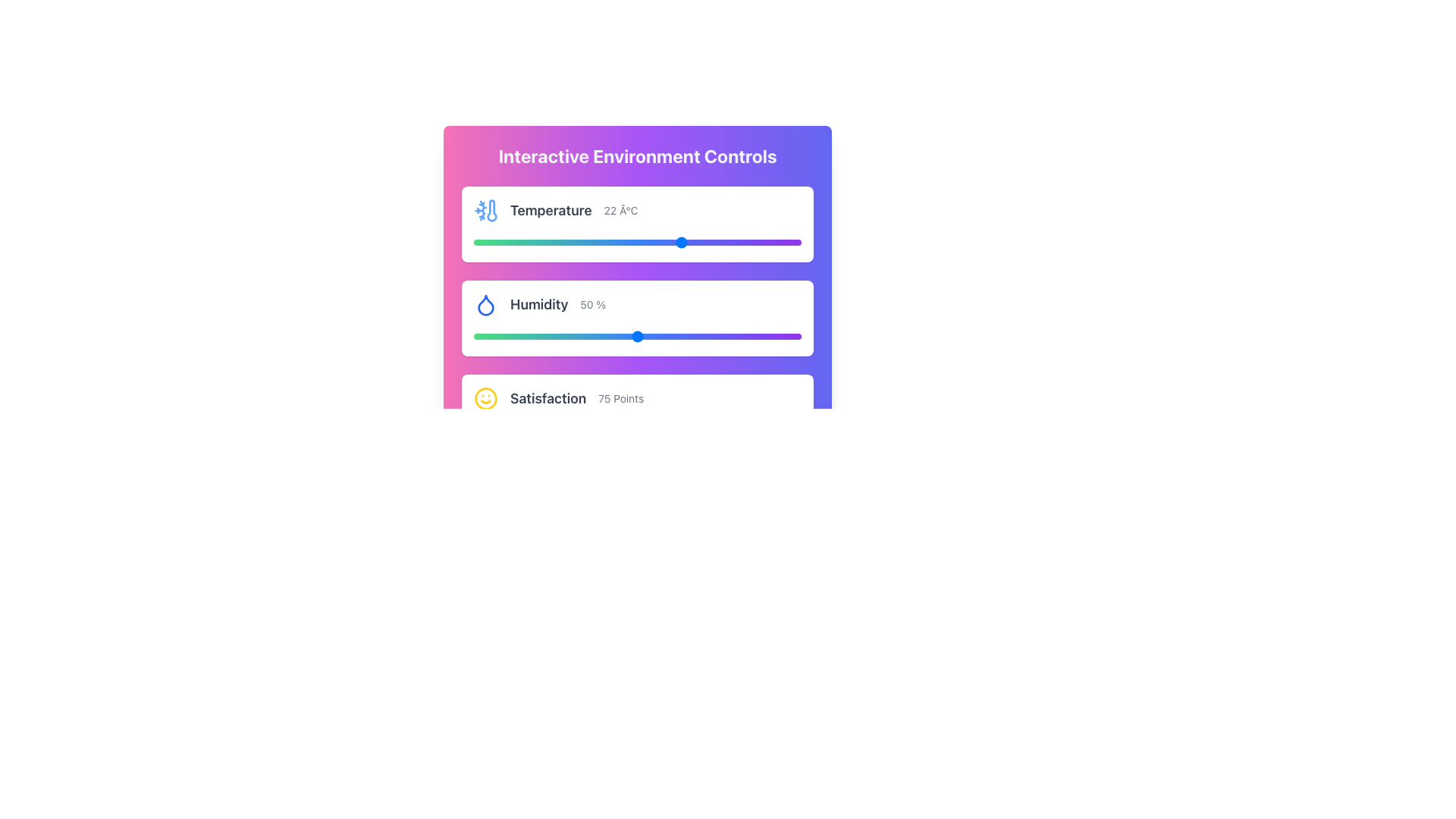 Image resolution: width=1456 pixels, height=819 pixels. What do you see at coordinates (637, 210) in the screenshot?
I see `the displayed temperature data in the Informational Display Section, which includes a thermometer icon and shows '22 °C'` at bounding box center [637, 210].